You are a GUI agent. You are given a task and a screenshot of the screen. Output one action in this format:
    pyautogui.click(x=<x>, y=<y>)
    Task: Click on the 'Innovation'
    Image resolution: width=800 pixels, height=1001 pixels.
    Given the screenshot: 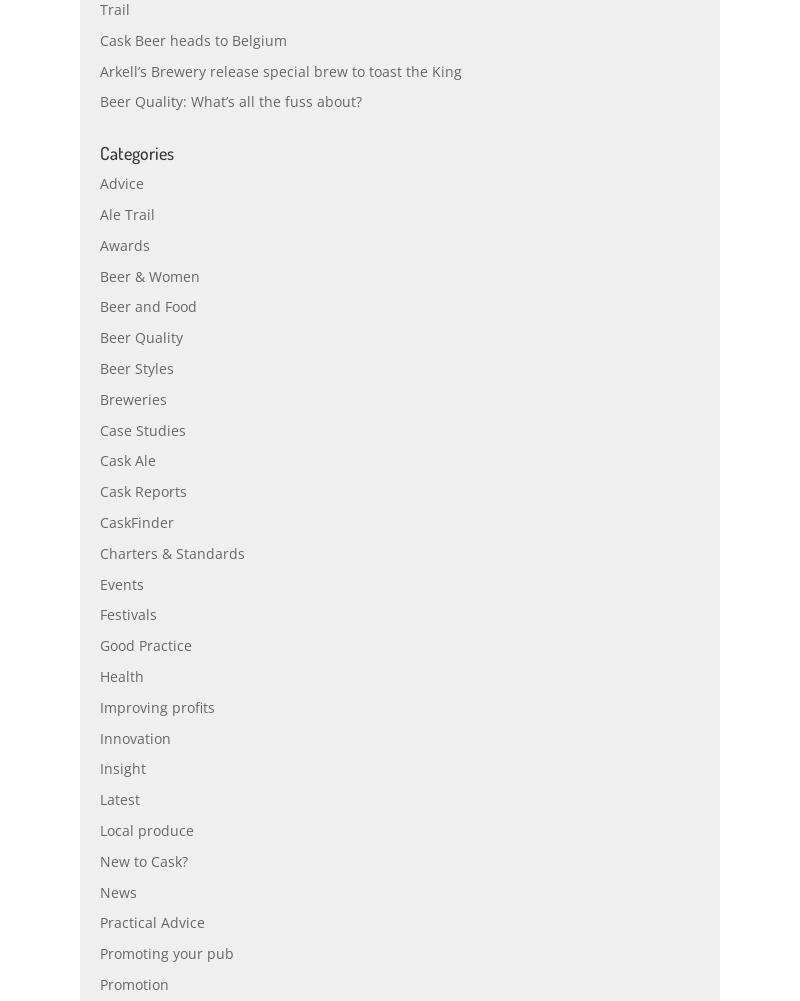 What is the action you would take?
    pyautogui.click(x=135, y=782)
    